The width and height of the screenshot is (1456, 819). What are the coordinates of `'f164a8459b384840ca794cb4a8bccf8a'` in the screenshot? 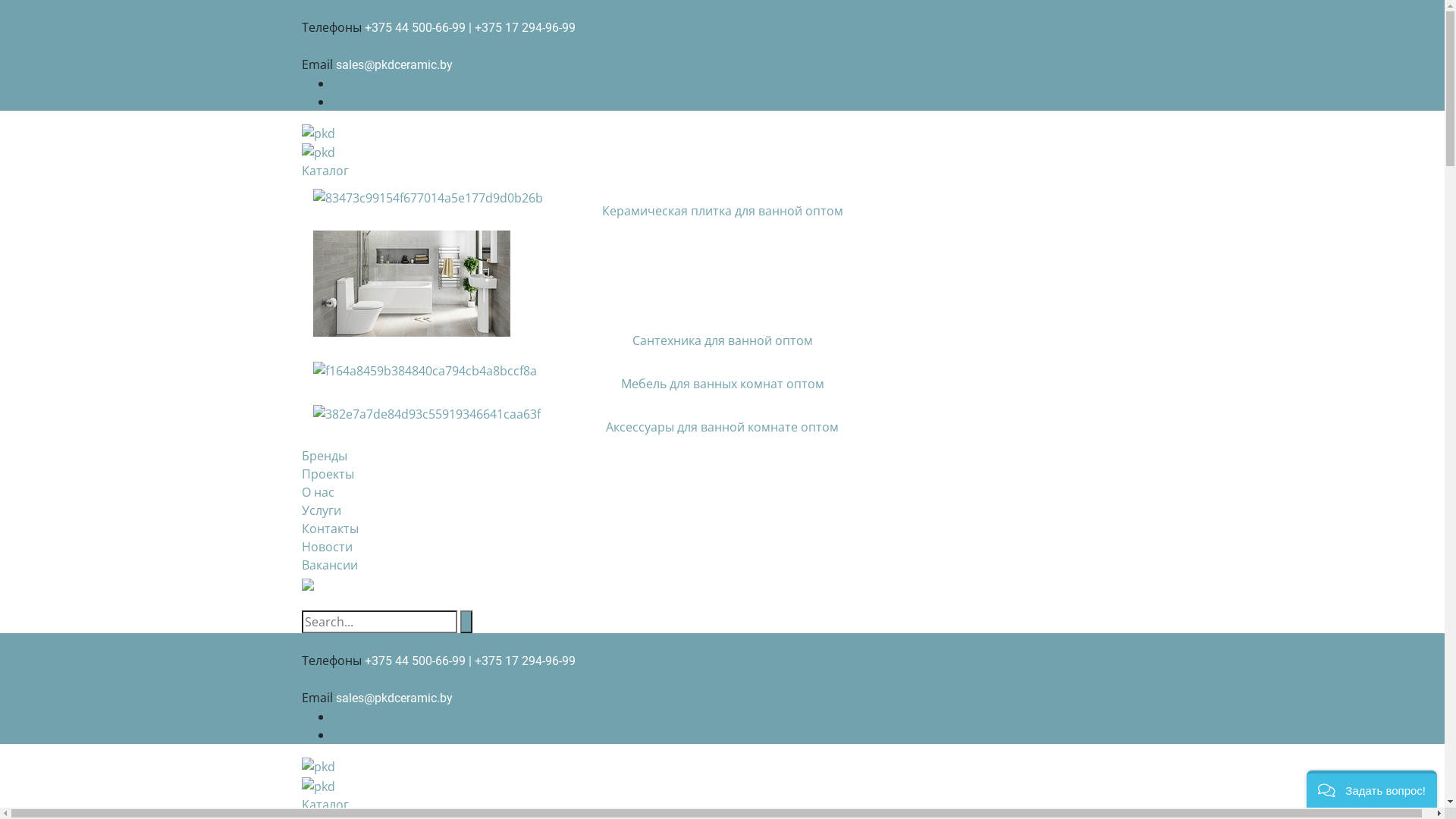 It's located at (424, 371).